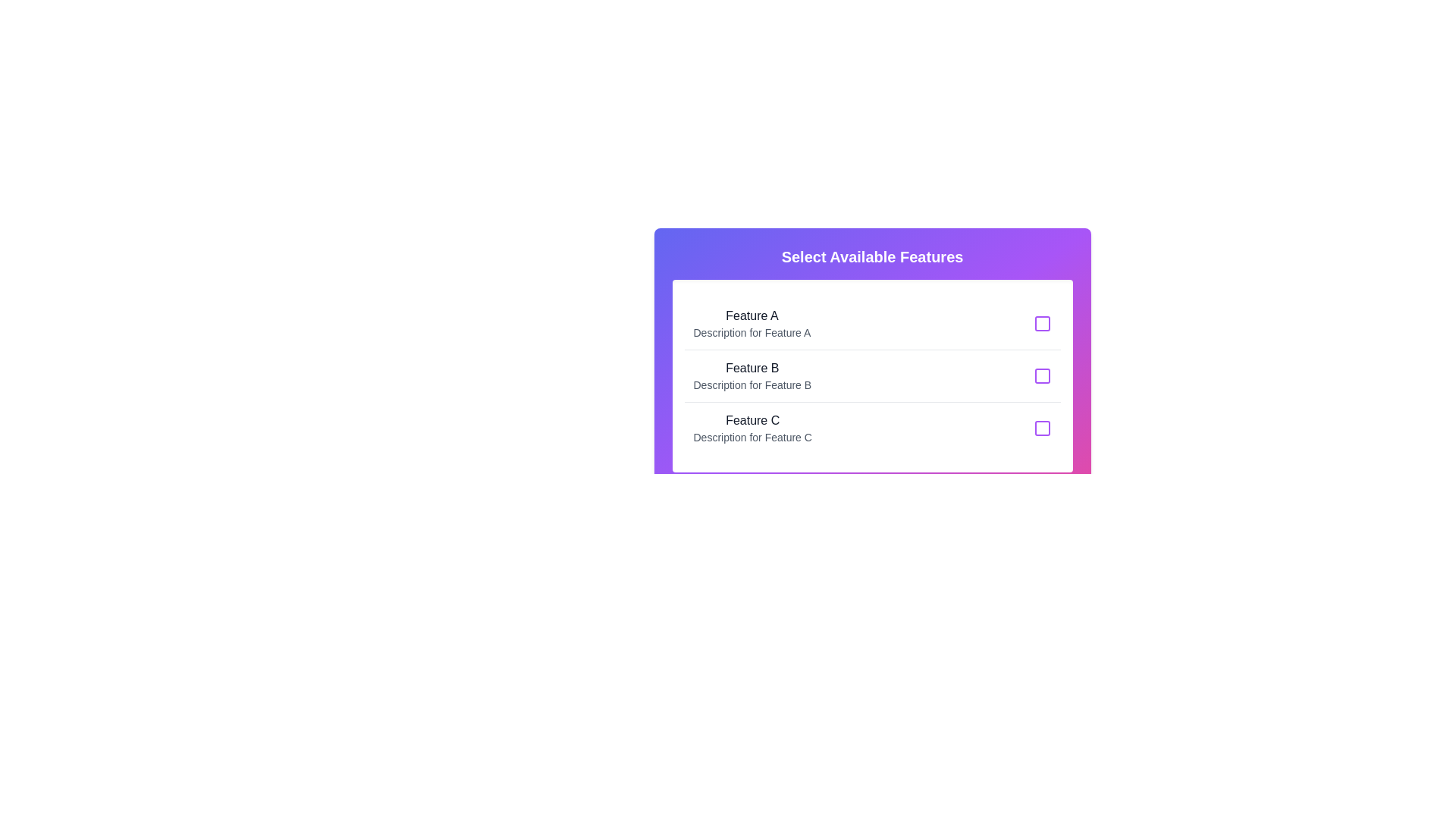 The image size is (1456, 819). Describe the element at coordinates (752, 438) in the screenshot. I see `description provided by the Text label located directly below 'Feature C' in the listing under 'Select Available Features', which is the third set of information in a vertical list` at that location.